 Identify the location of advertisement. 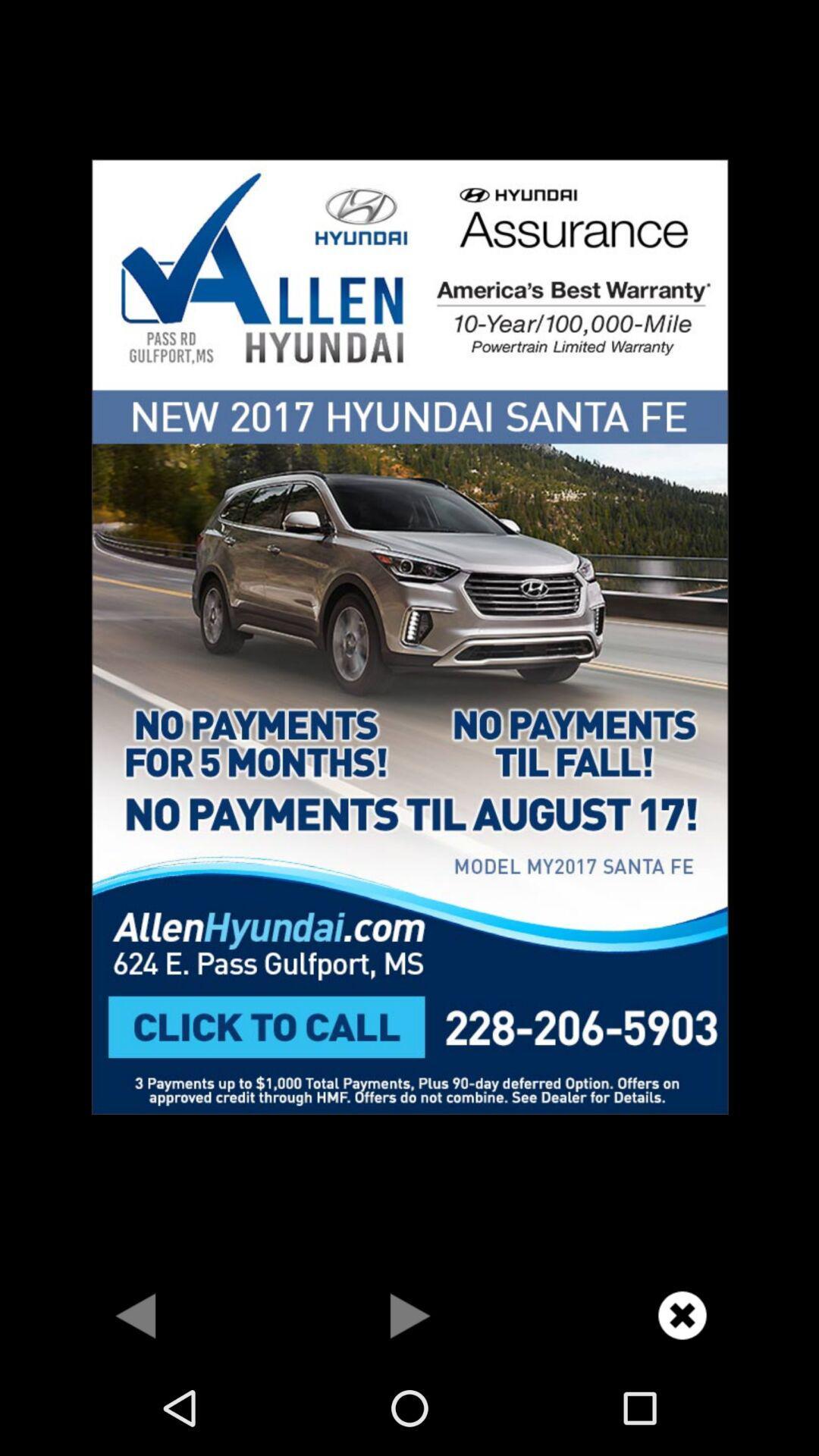
(681, 1314).